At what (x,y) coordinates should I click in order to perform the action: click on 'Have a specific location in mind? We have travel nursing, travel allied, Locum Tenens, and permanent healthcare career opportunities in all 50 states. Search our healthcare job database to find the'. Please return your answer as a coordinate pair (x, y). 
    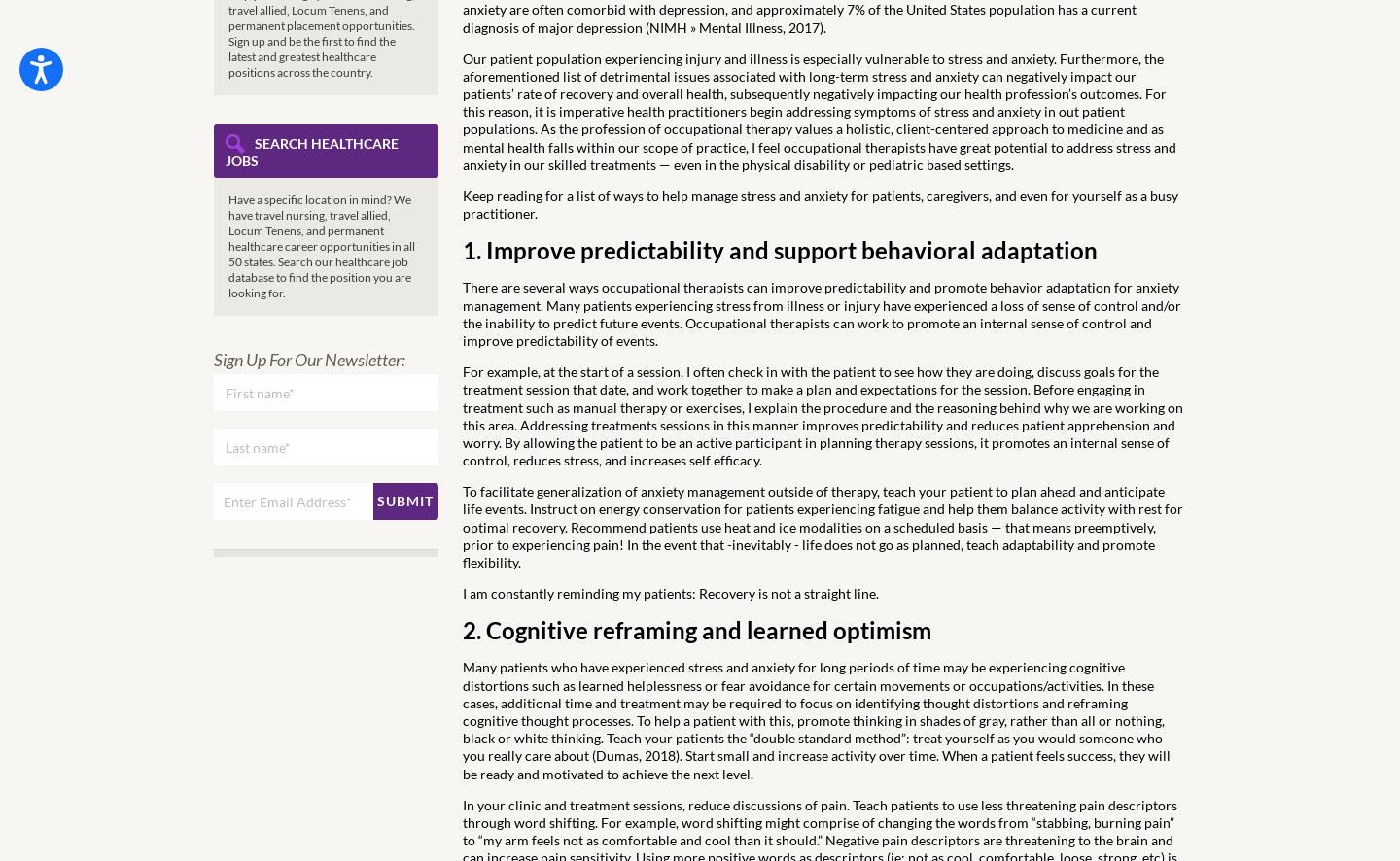
    Looking at the image, I should click on (322, 237).